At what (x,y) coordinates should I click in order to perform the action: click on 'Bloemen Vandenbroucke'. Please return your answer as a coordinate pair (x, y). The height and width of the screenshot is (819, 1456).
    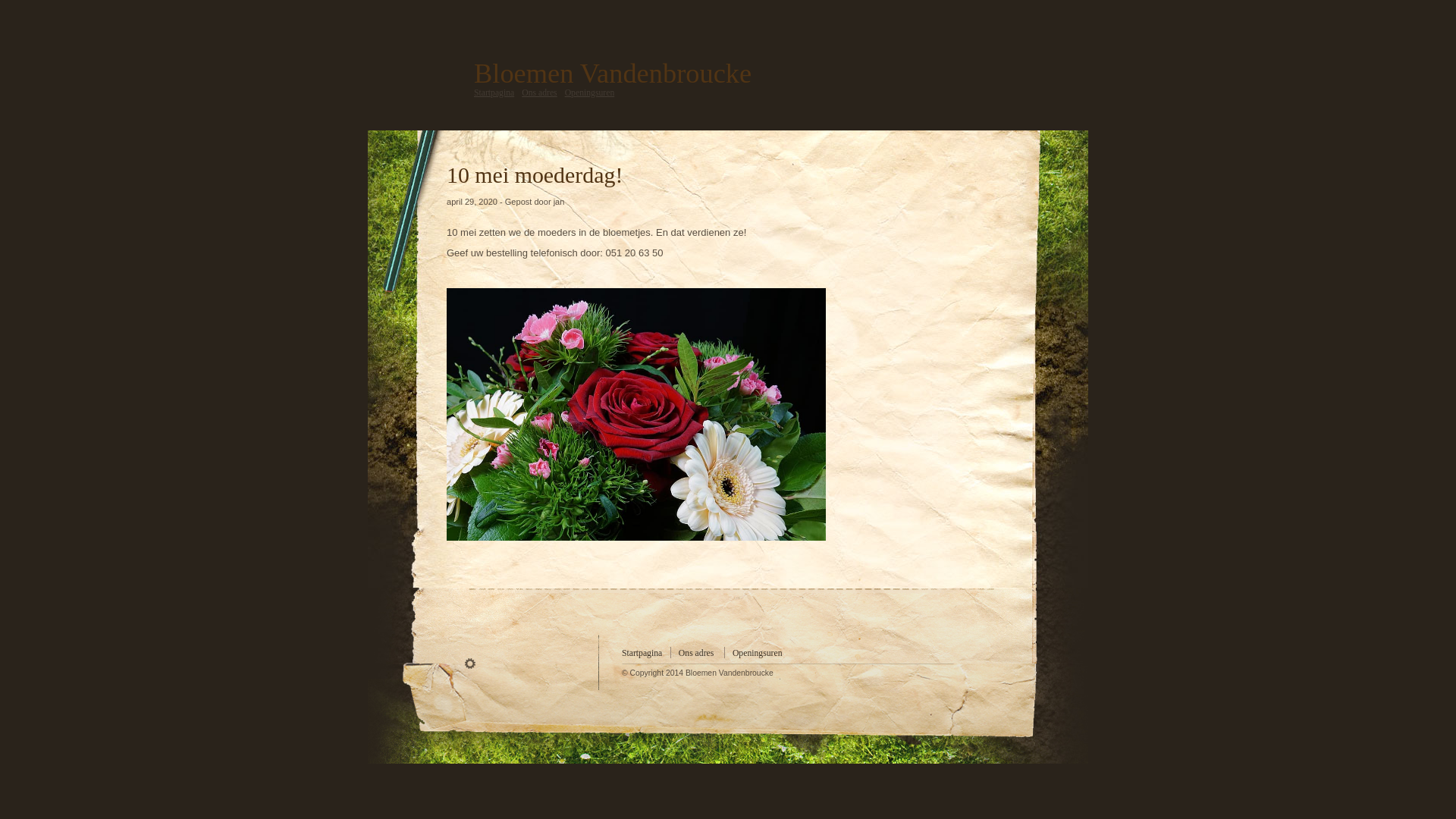
    Looking at the image, I should click on (612, 73).